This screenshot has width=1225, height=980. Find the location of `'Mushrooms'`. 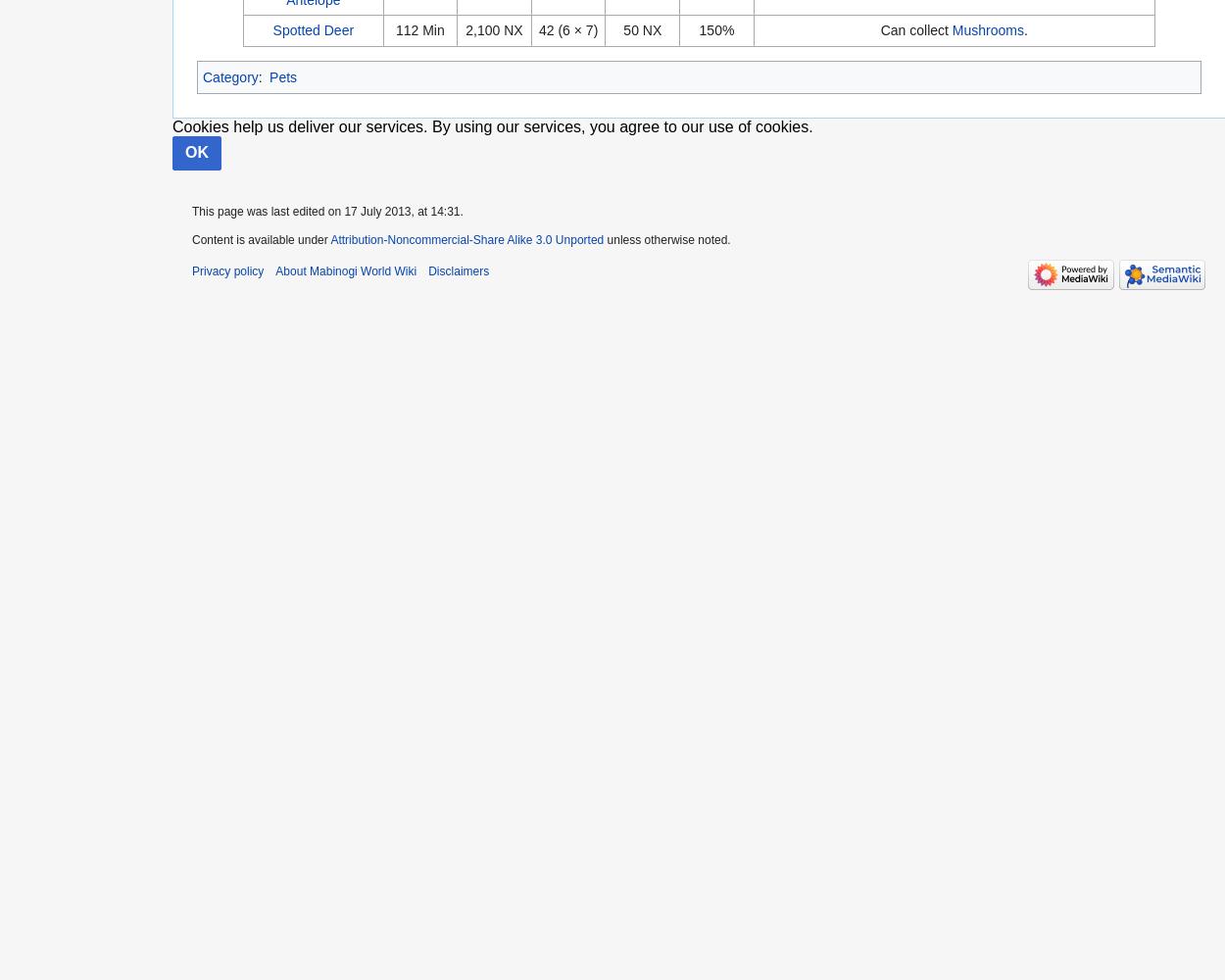

'Mushrooms' is located at coordinates (988, 30).